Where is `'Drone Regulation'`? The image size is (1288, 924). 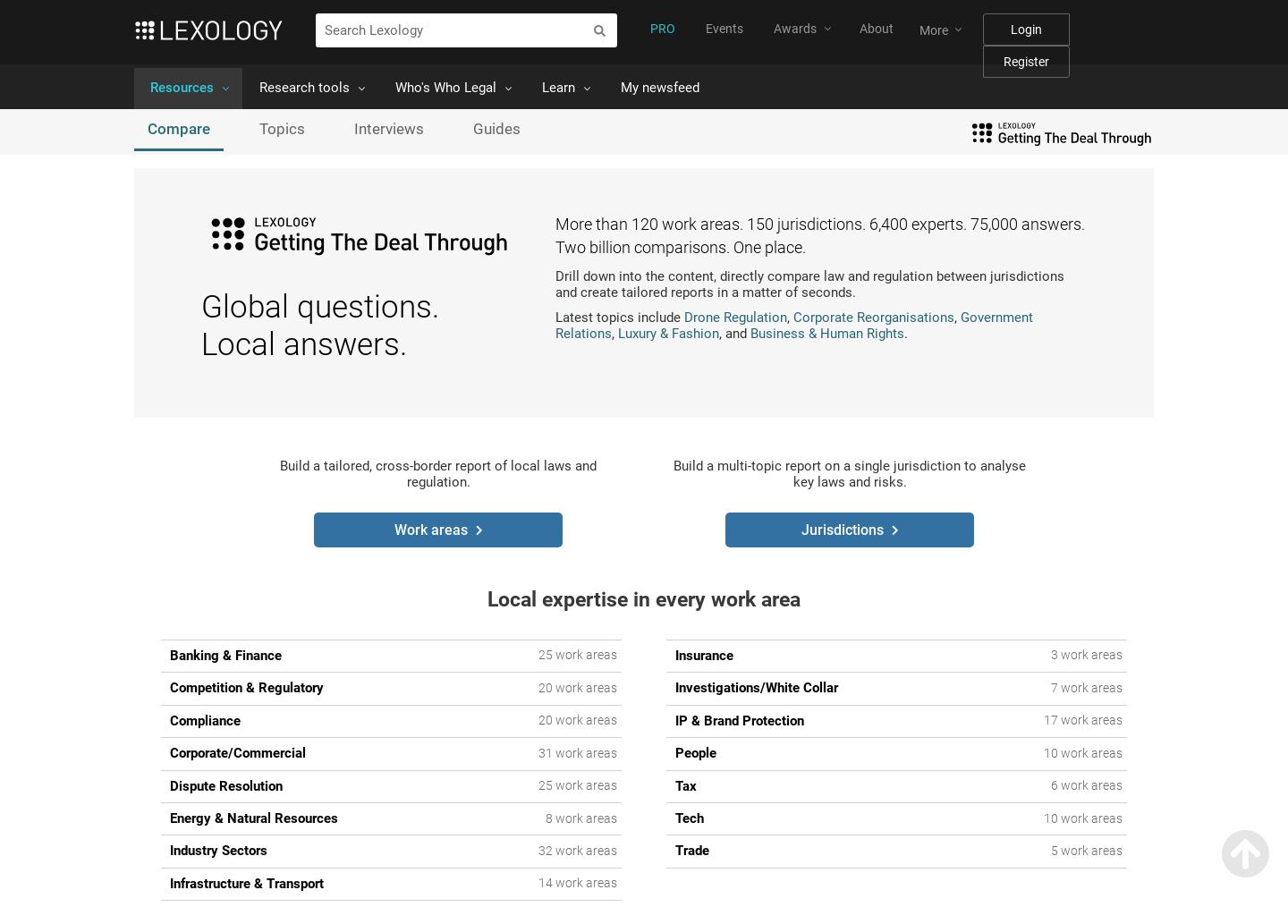
'Drone Regulation' is located at coordinates (682, 318).